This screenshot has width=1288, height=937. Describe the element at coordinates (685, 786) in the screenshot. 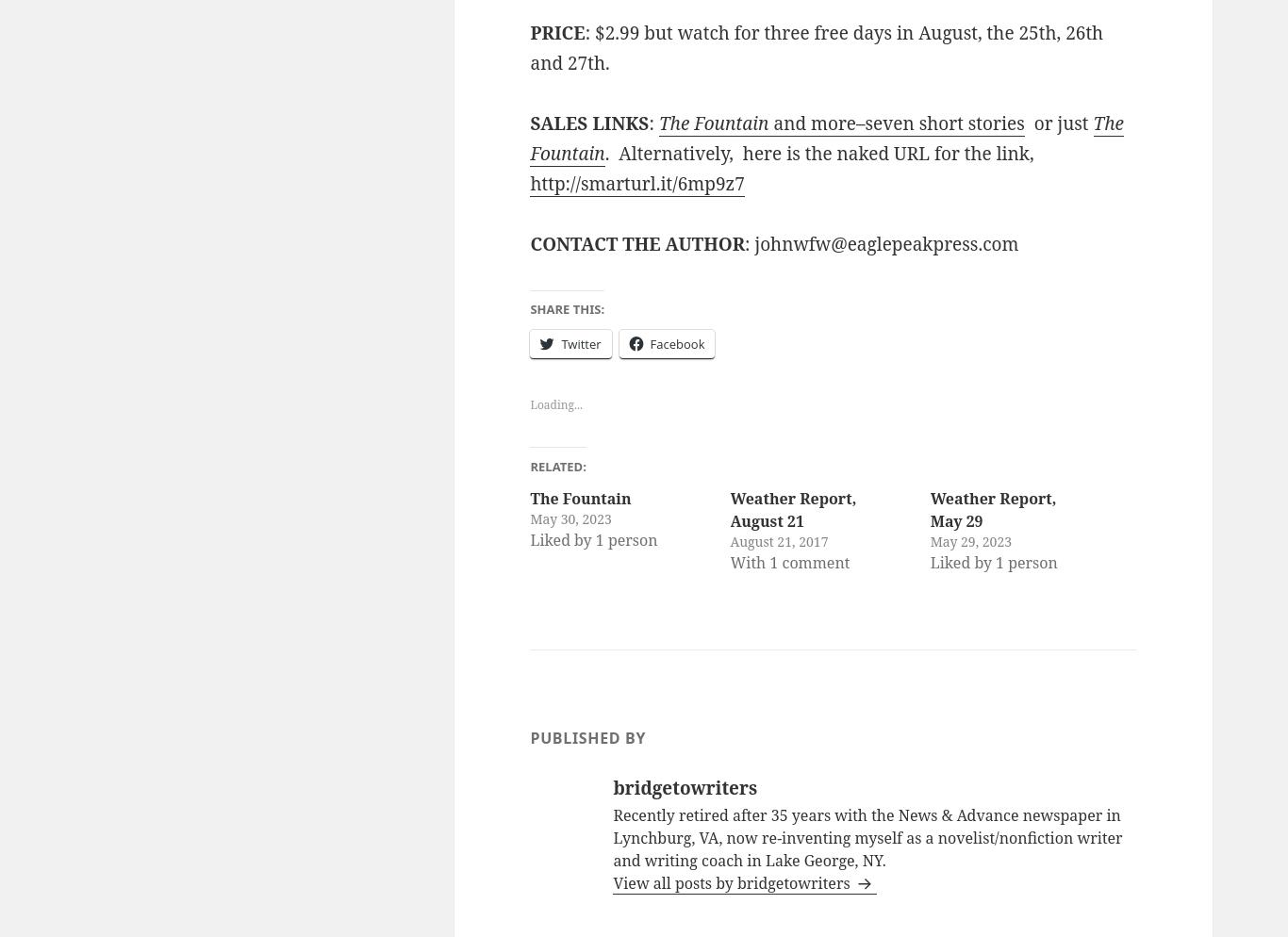

I see `'bridgetowriters'` at that location.